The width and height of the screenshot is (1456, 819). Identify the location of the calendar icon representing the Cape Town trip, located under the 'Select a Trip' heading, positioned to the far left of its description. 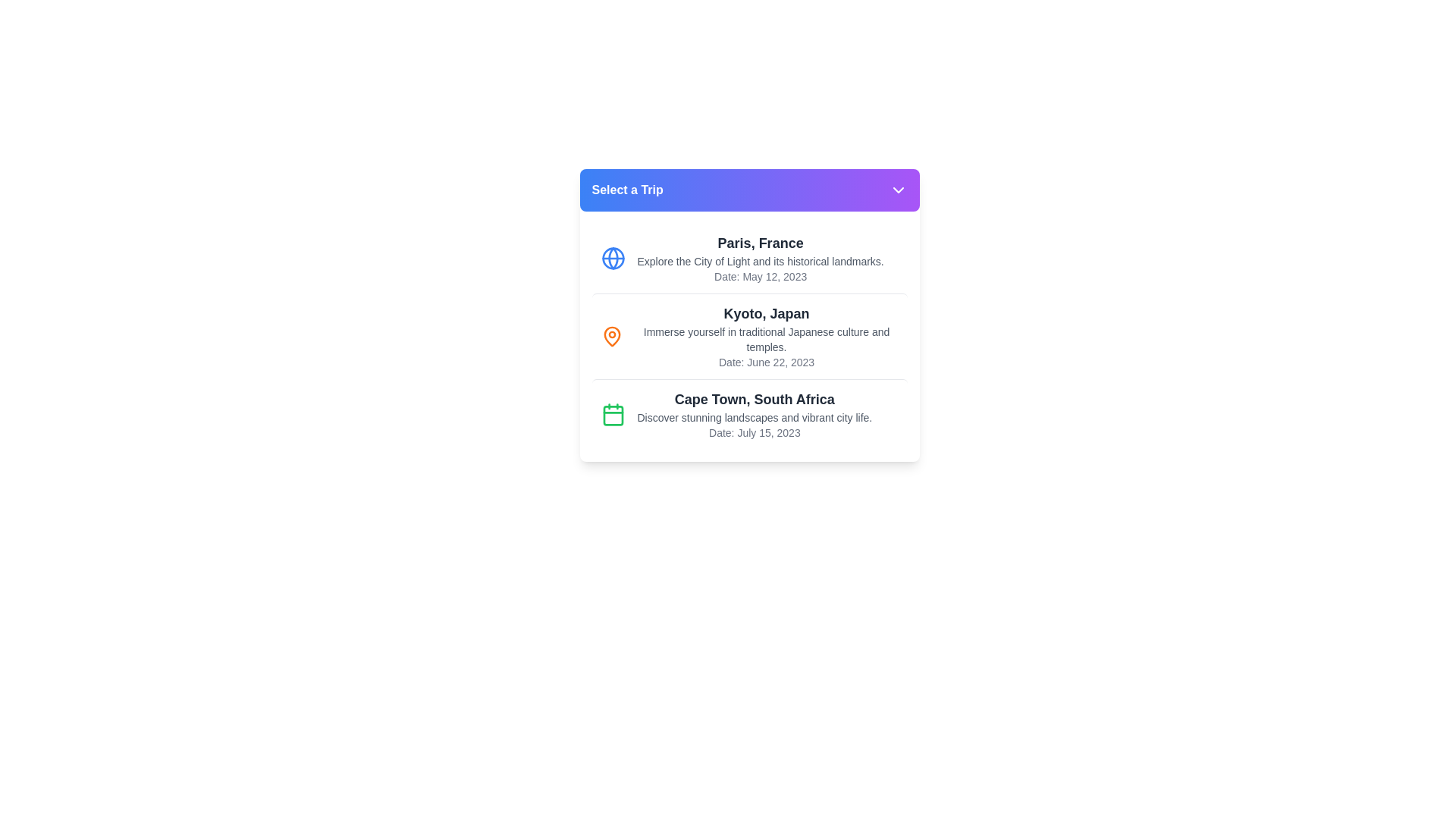
(613, 415).